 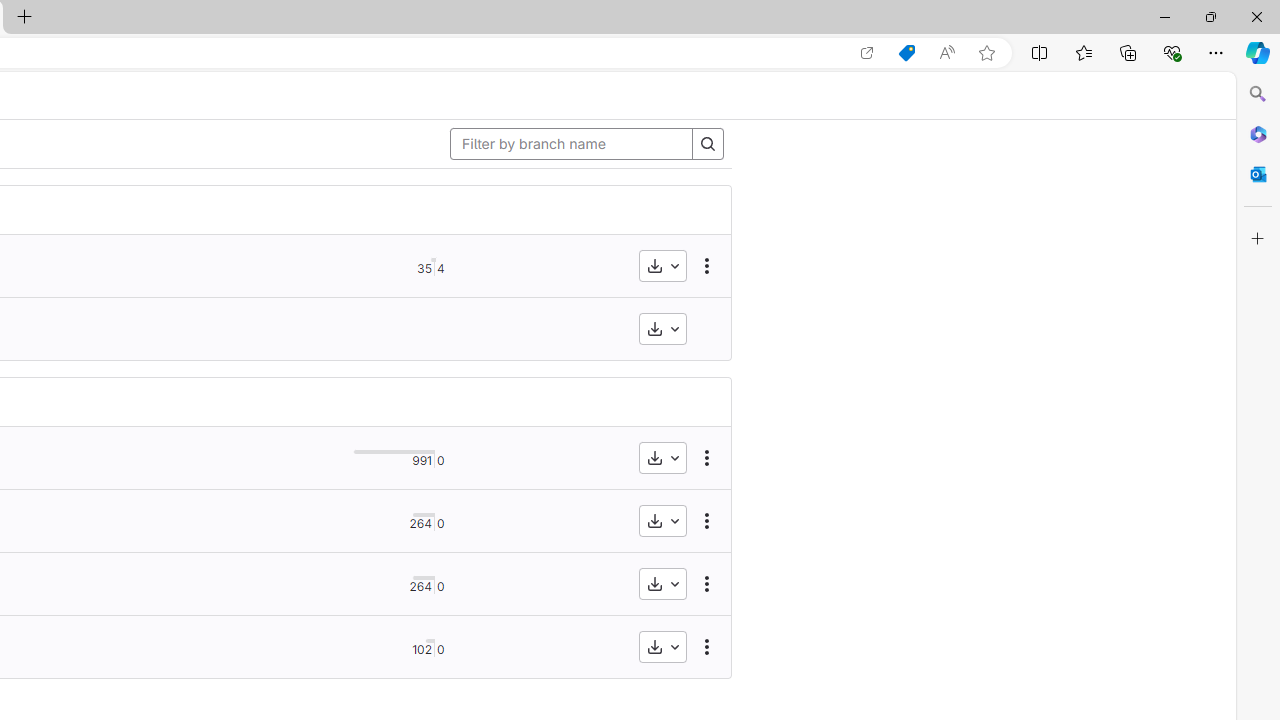 I want to click on 'Split screen', so click(x=1040, y=51).